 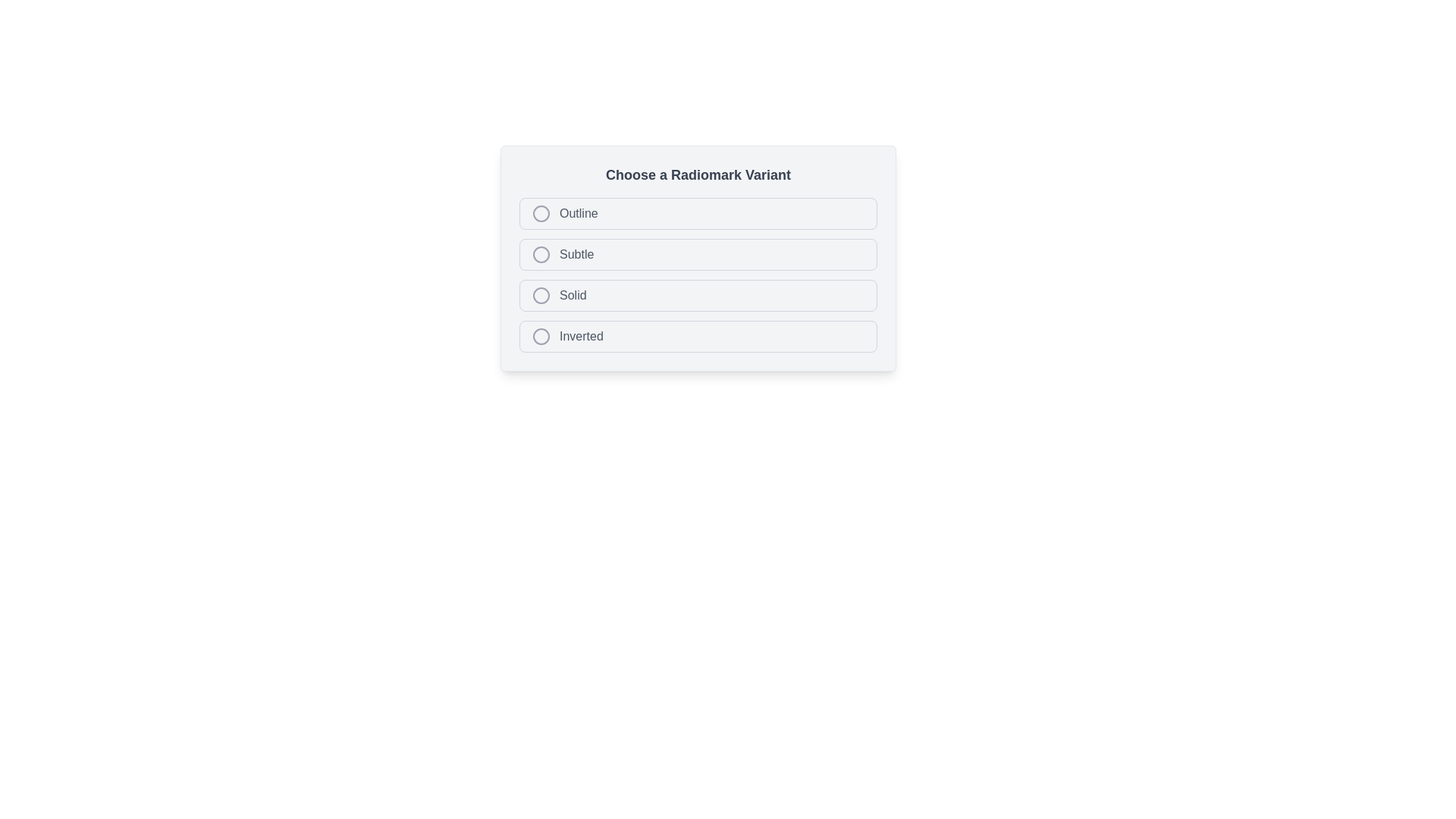 I want to click on the 'Solid' radio button option, which is the third choice in a vertically stacked group, so click(x=698, y=295).